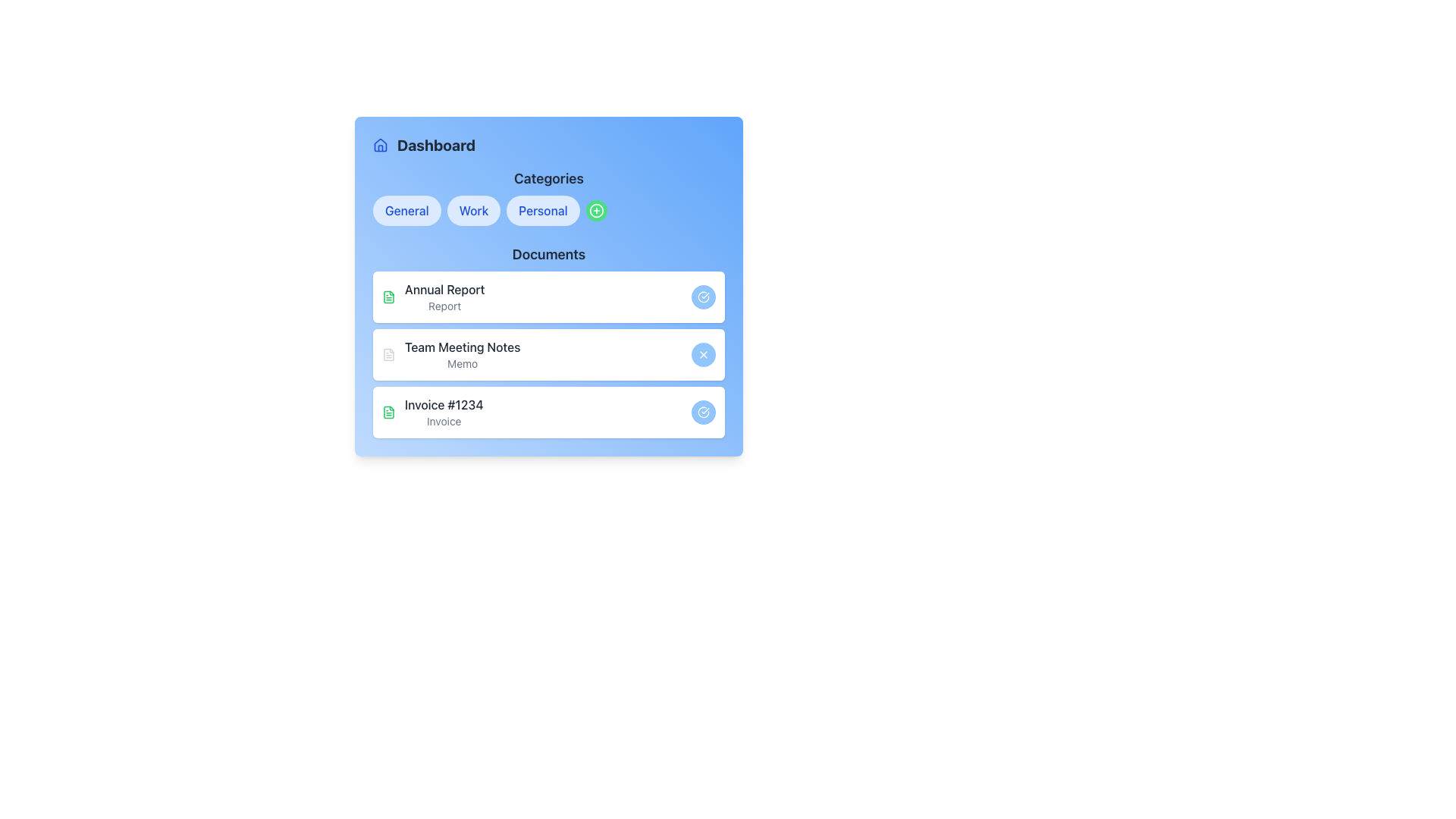 The image size is (1456, 819). What do you see at coordinates (472, 210) in the screenshot?
I see `the 'Work' category button, which is the second button in the horizontal list under the 'Categories' heading` at bounding box center [472, 210].